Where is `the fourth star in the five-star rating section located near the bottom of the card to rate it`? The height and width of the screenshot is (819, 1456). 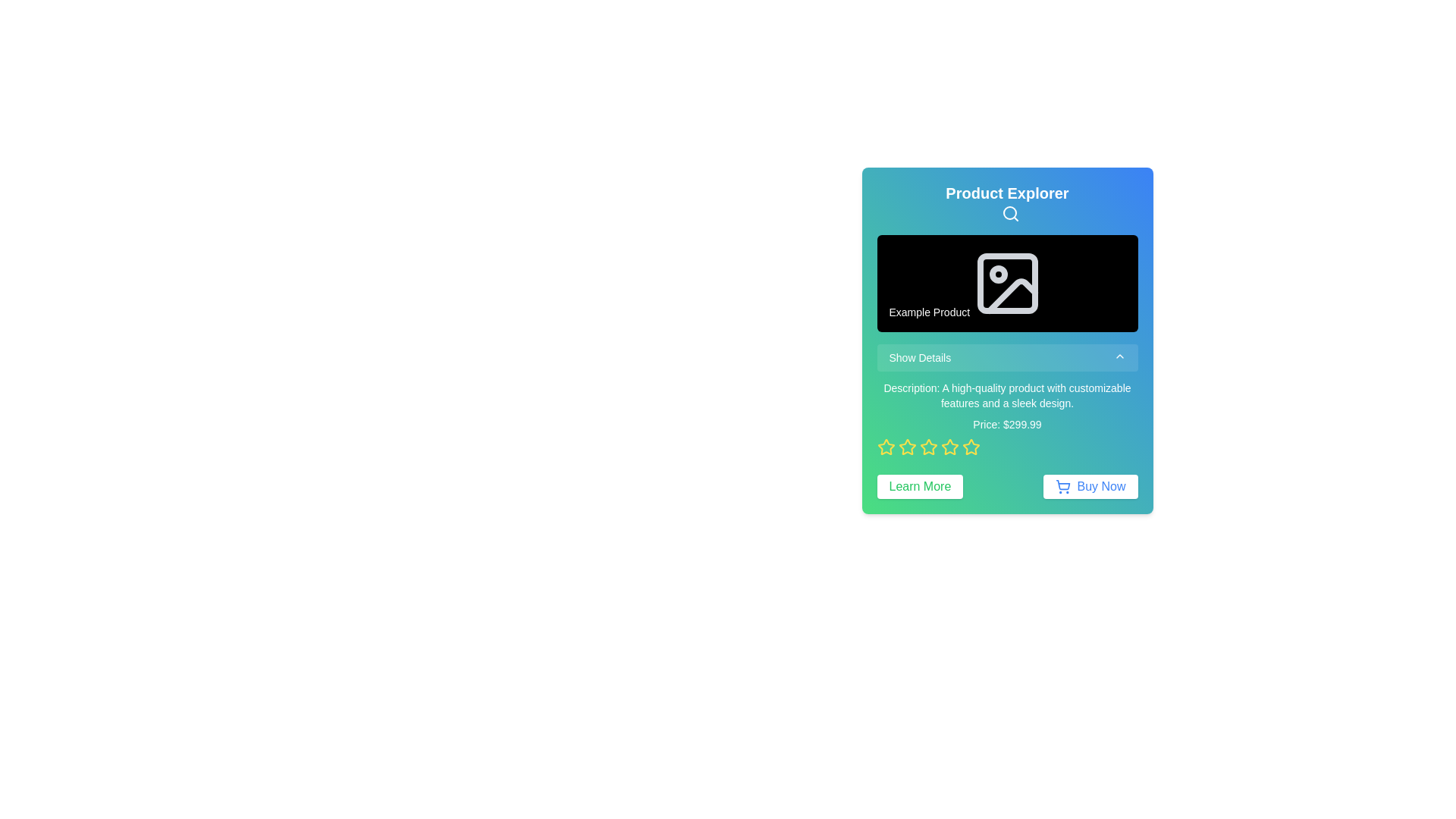
the fourth star in the five-star rating section located near the bottom of the card to rate it is located at coordinates (971, 446).